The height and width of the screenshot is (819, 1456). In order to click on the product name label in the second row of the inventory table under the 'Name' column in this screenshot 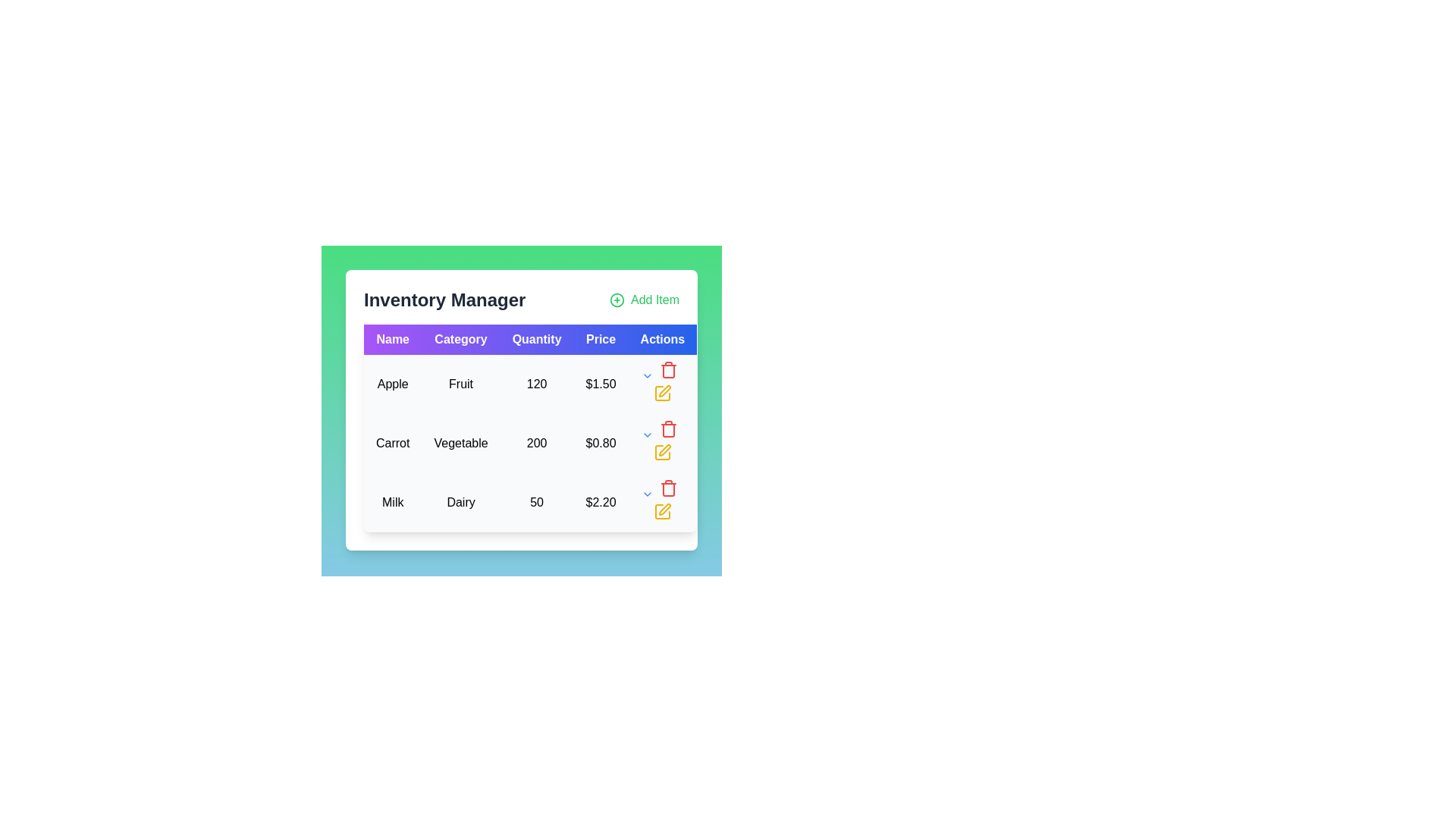, I will do `click(393, 444)`.